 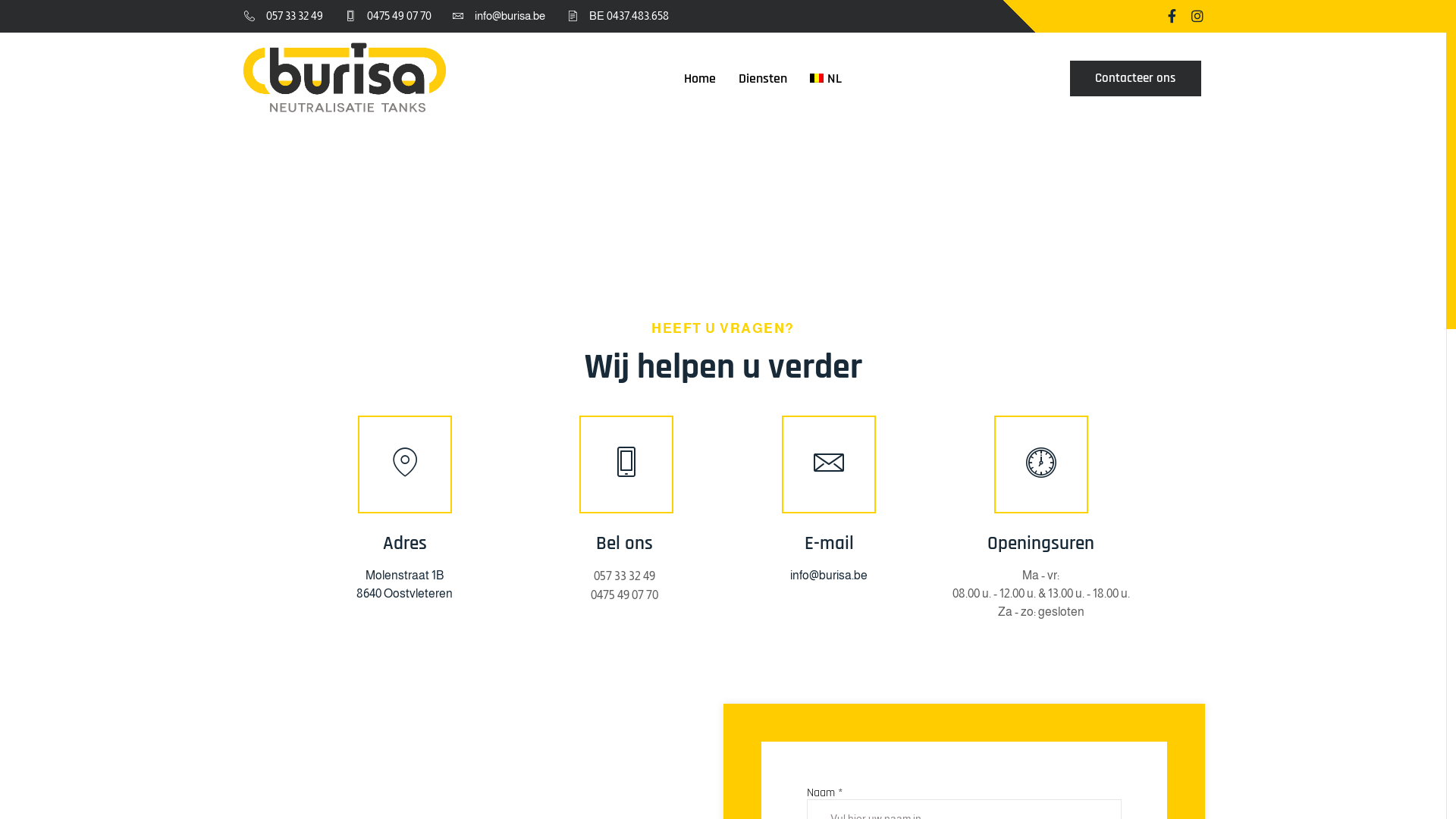 What do you see at coordinates (404, 543) in the screenshot?
I see `'Adres'` at bounding box center [404, 543].